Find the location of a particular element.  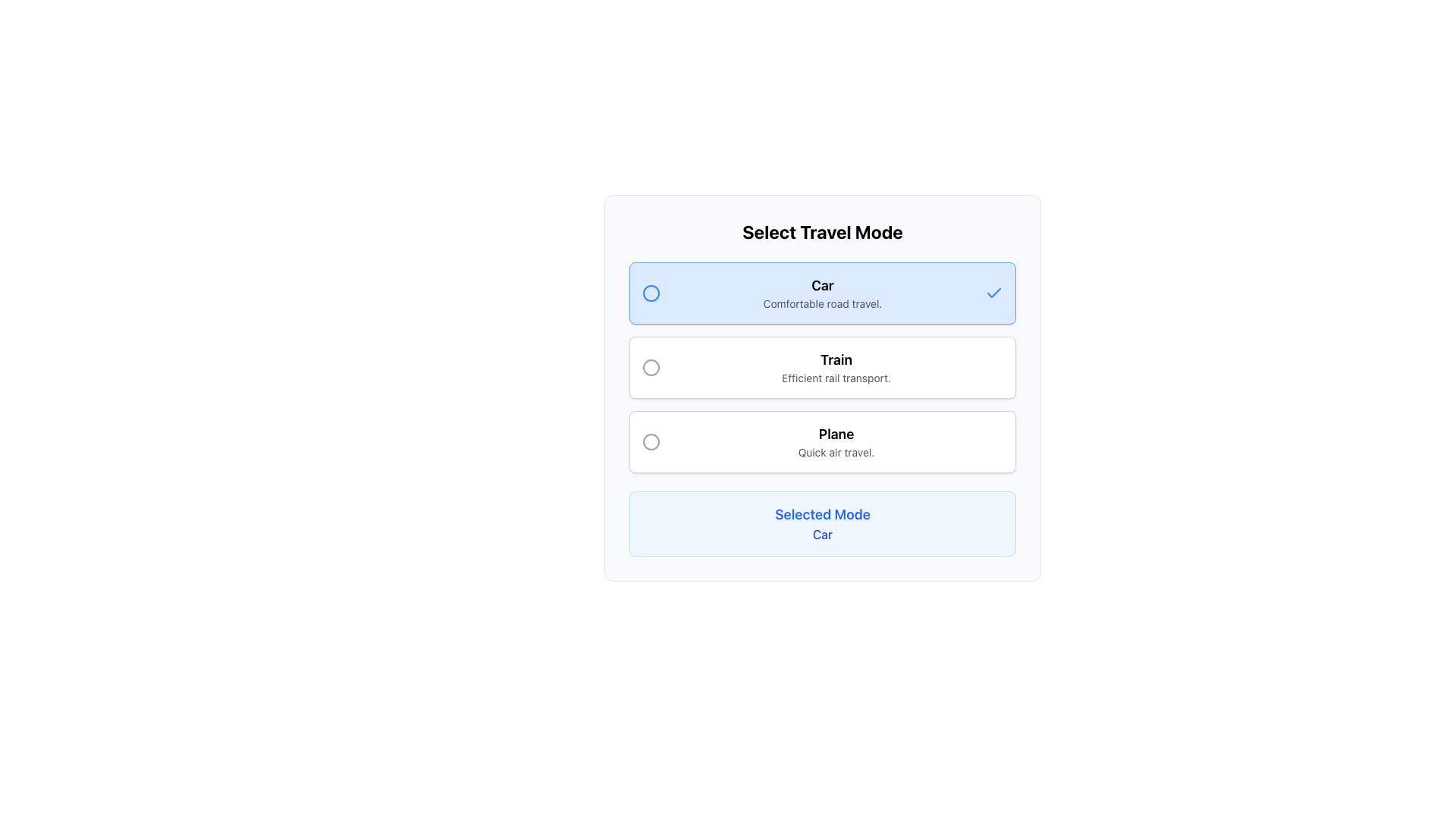

the bold, black text label reading 'Train', which is styled with a larger font size and is part of the transportation selection interface is located at coordinates (836, 359).